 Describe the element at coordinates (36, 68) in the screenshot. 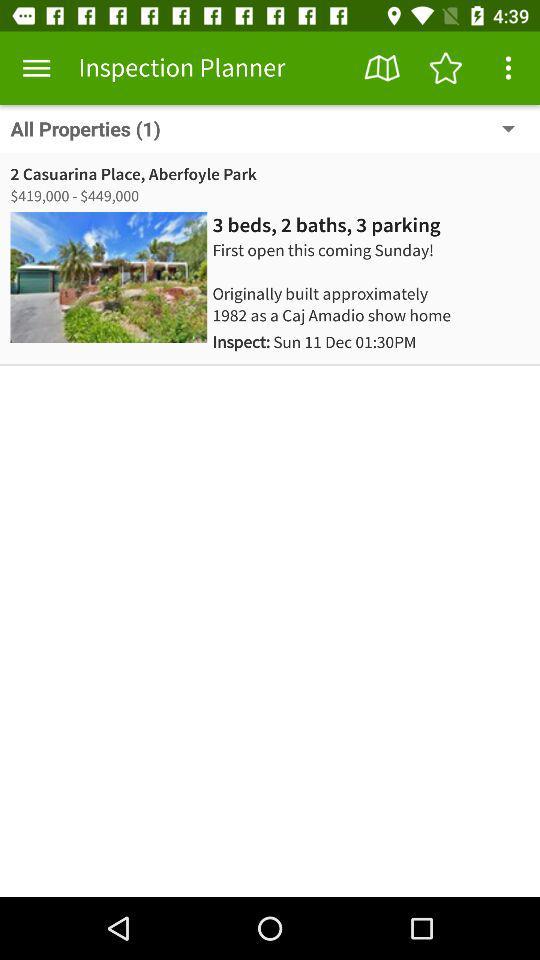

I see `the app to the left of inspection planner item` at that location.